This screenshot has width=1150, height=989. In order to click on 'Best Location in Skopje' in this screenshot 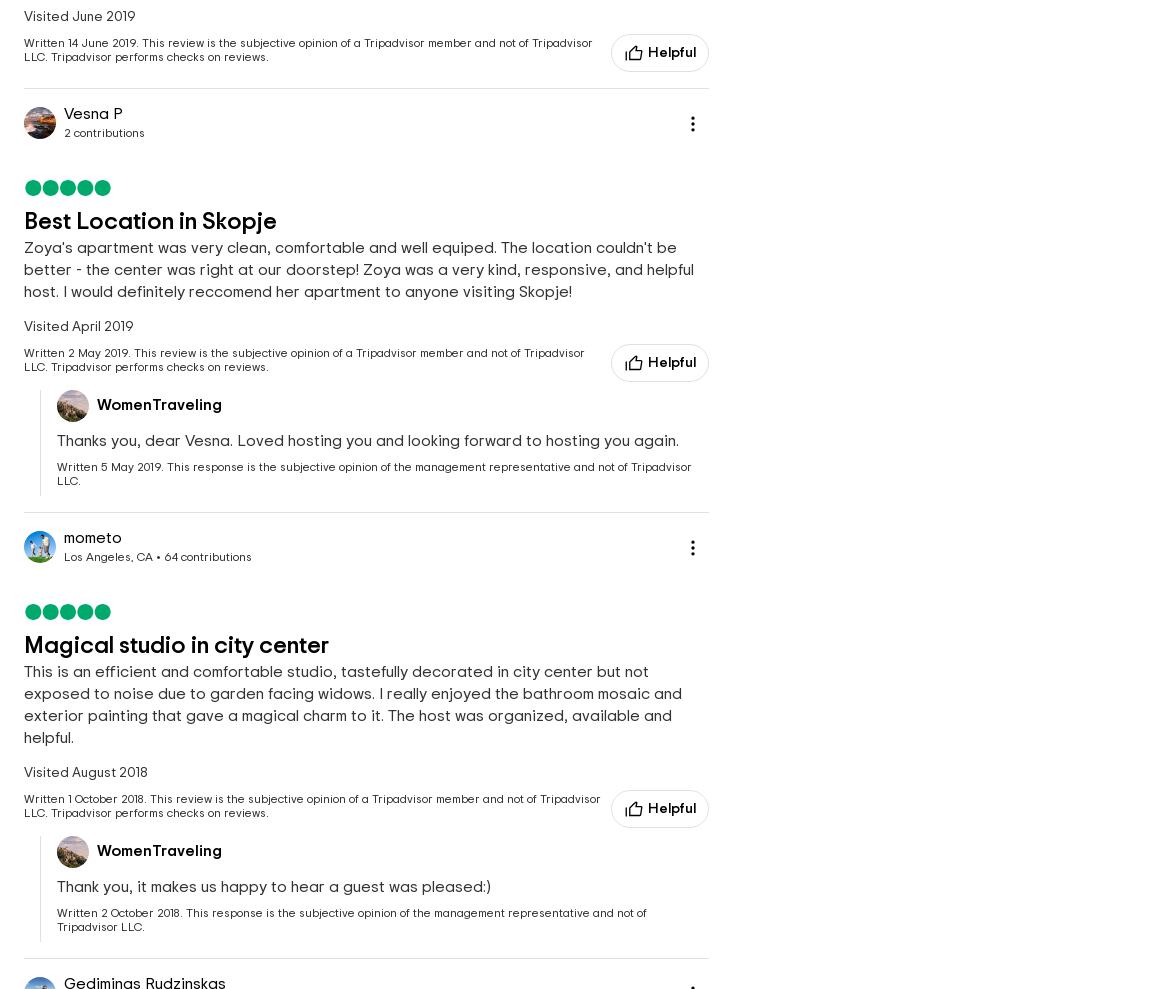, I will do `click(149, 221)`.